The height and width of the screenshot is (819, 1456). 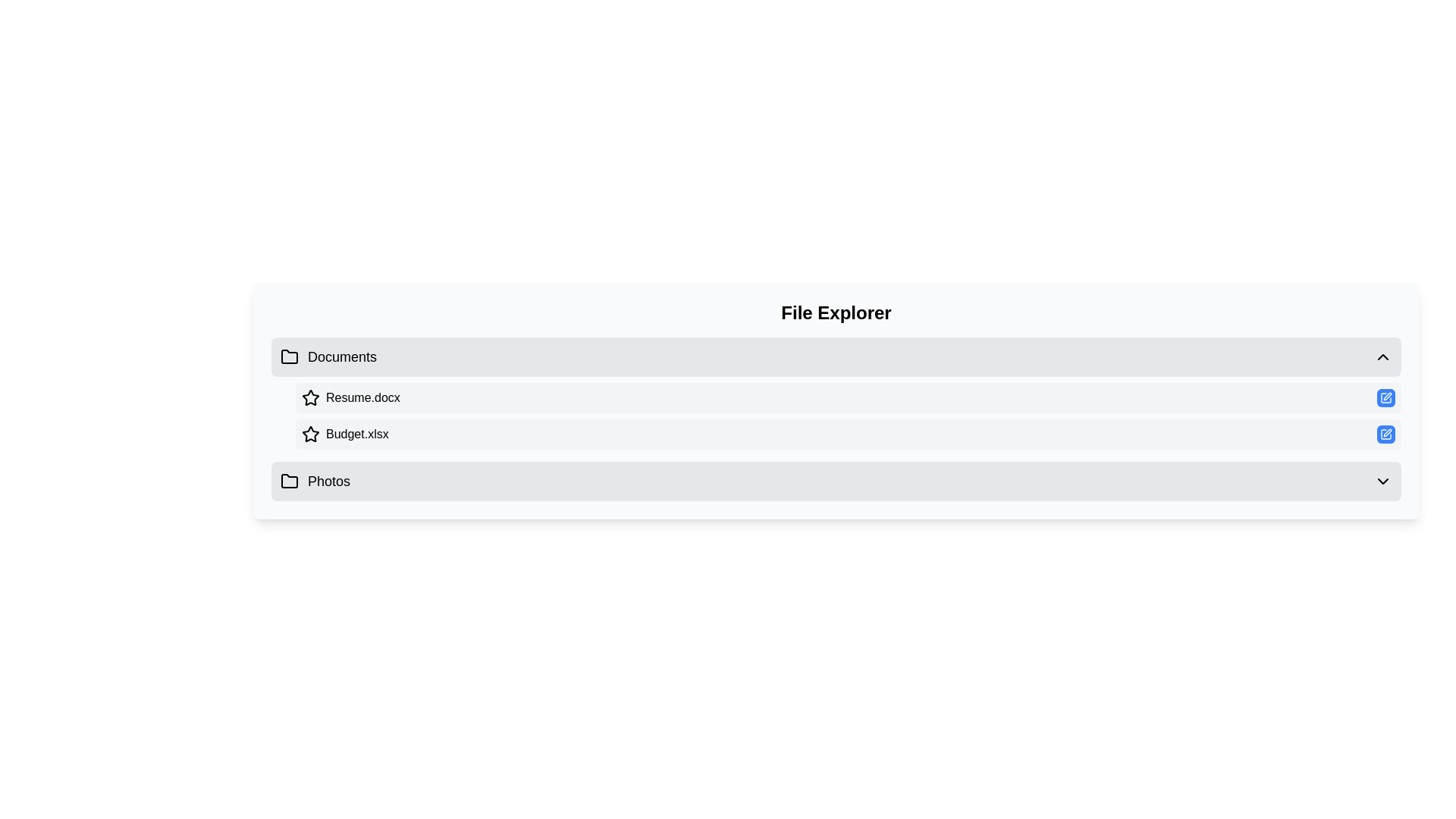 What do you see at coordinates (1386, 397) in the screenshot?
I see `the icon button styled as a pen with a blue background located in the rightmost section of the row for the file 'Budget.xlsx'` at bounding box center [1386, 397].